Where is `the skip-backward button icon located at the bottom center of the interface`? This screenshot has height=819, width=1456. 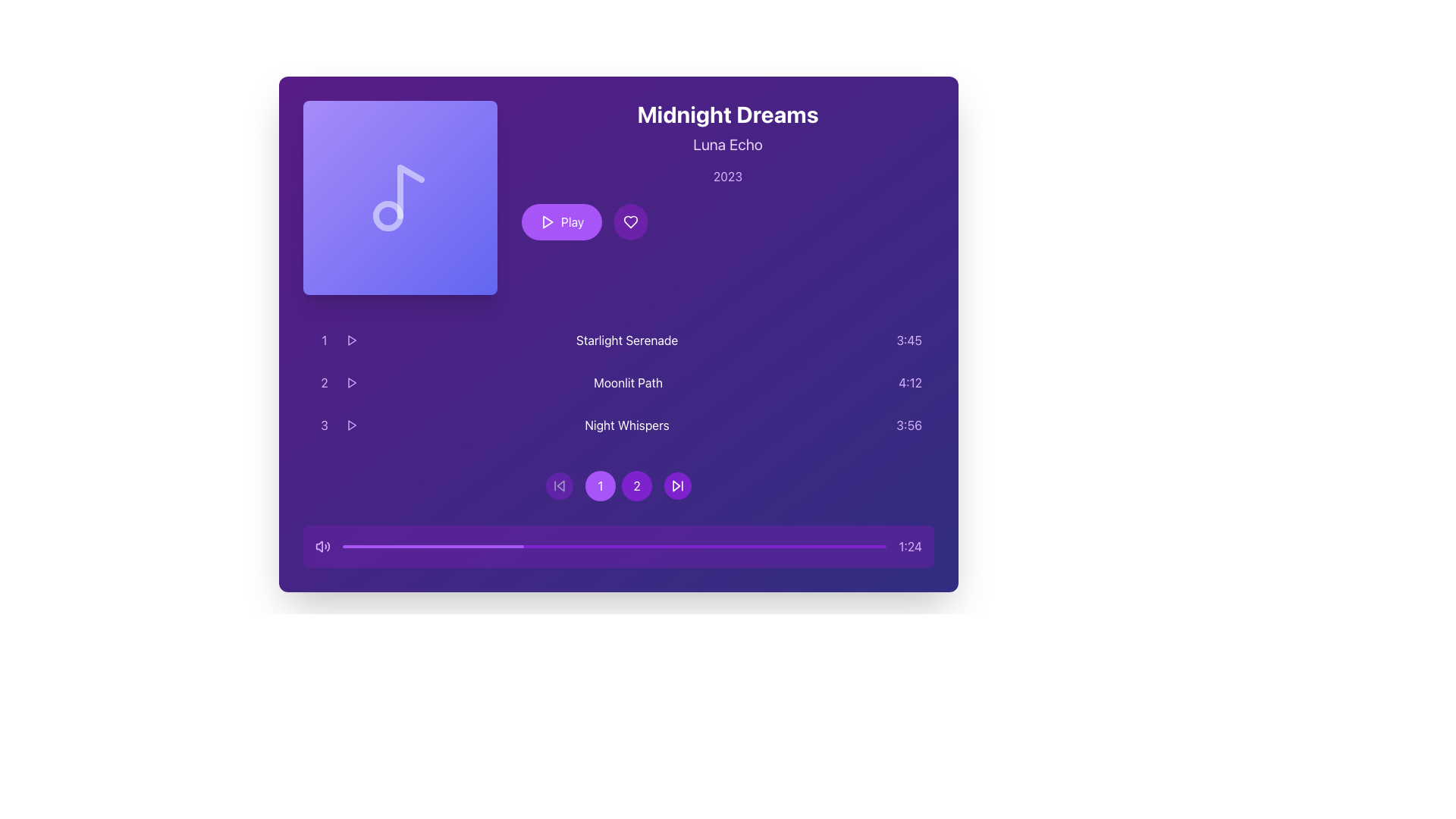
the skip-backward button icon located at the bottom center of the interface is located at coordinates (559, 485).